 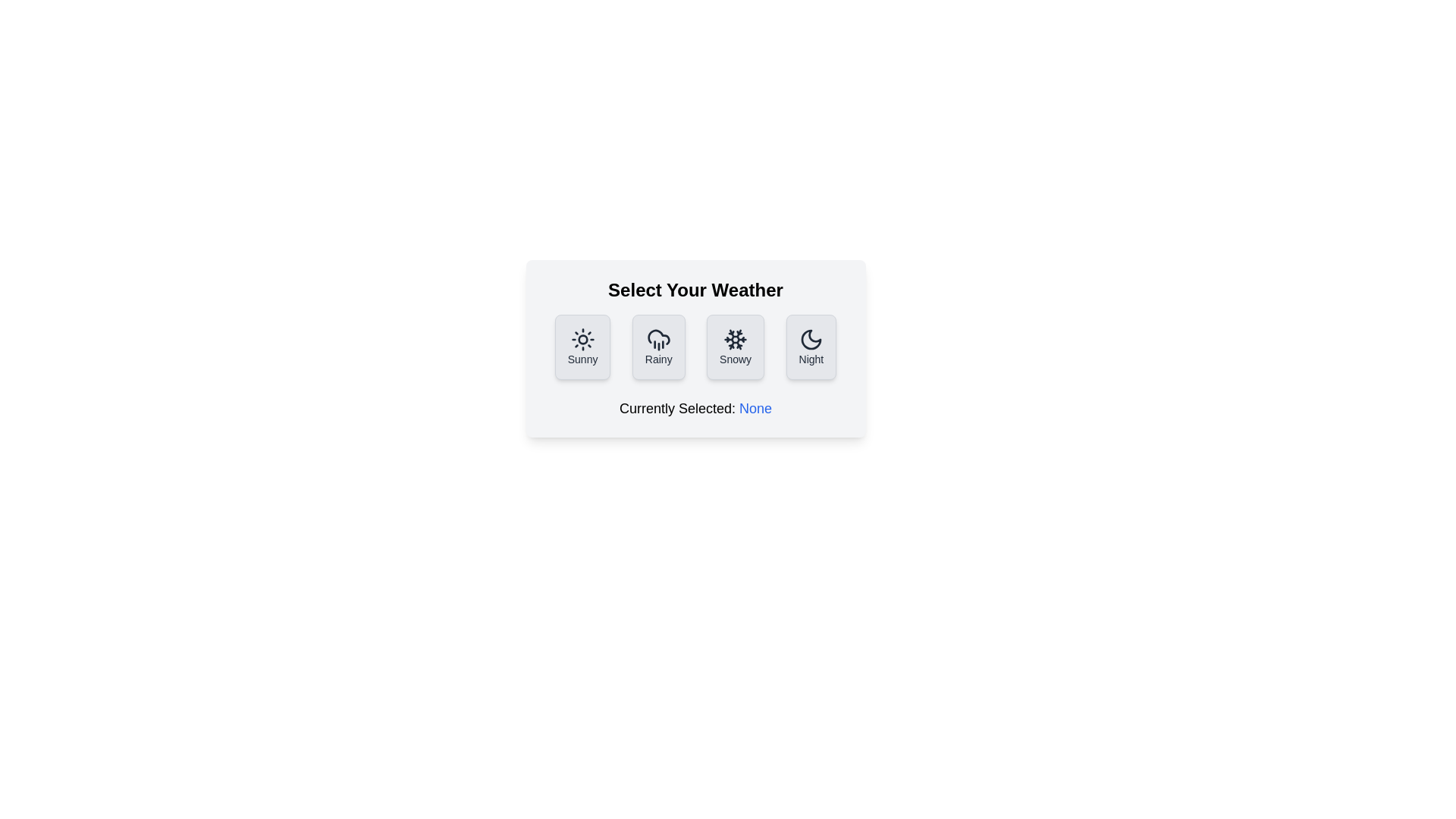 What do you see at coordinates (695, 347) in the screenshot?
I see `keyboard navigation` at bounding box center [695, 347].